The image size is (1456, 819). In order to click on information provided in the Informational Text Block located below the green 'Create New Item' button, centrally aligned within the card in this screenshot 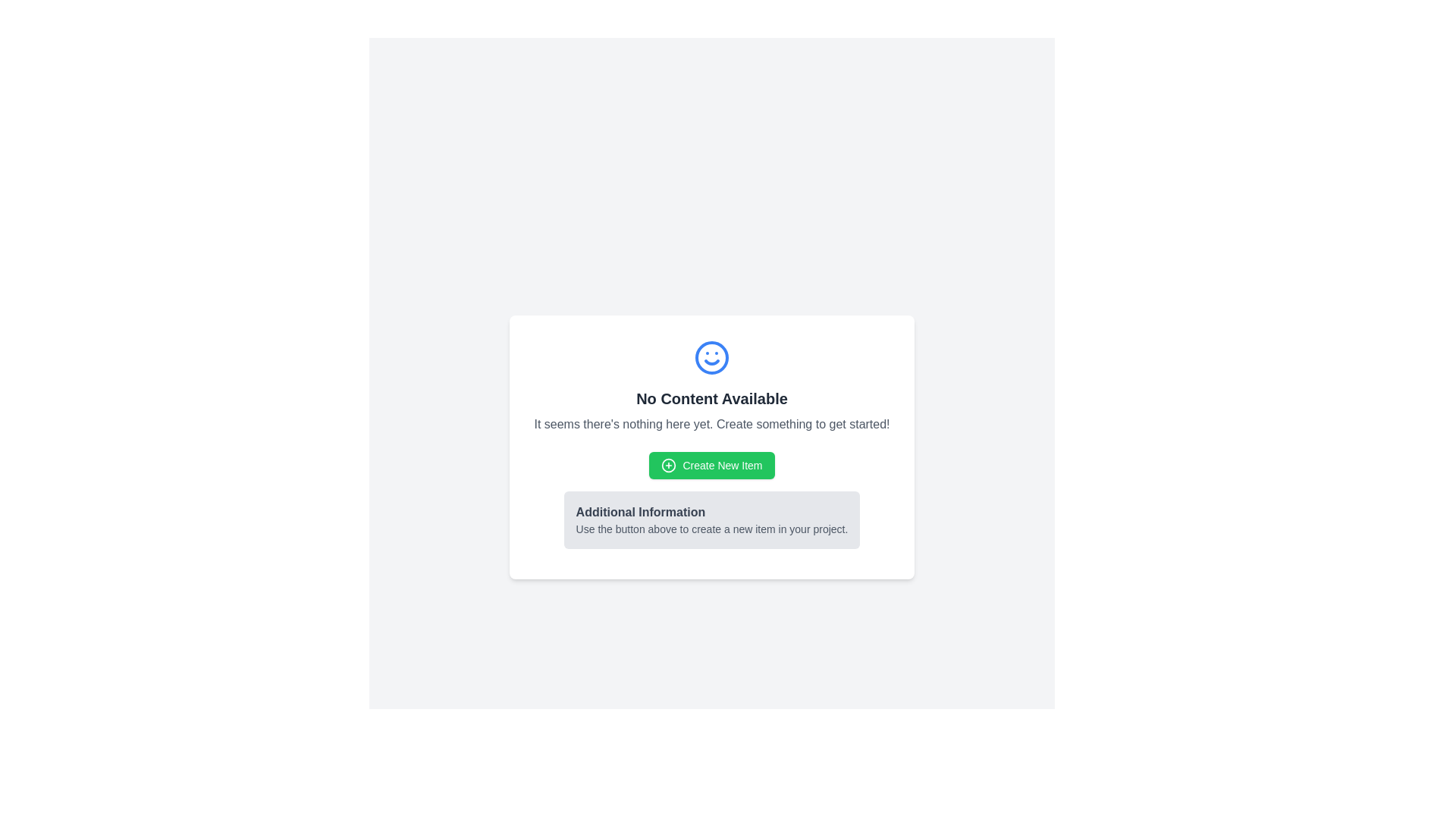, I will do `click(711, 519)`.